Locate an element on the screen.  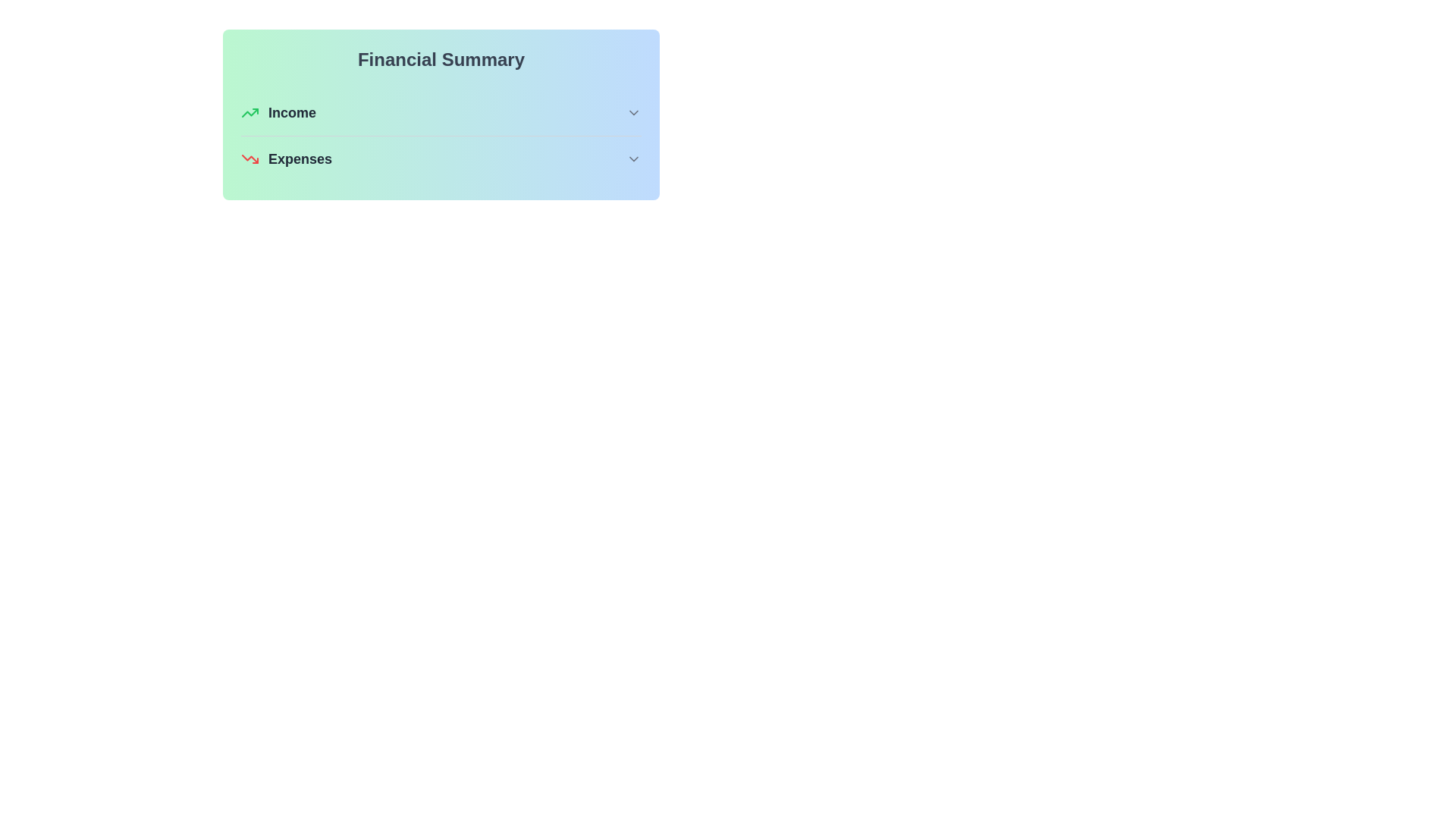
the upward trend icon located in the top-left region of the 'Financial Summary' section, adjacent to the text 'Income' is located at coordinates (250, 112).